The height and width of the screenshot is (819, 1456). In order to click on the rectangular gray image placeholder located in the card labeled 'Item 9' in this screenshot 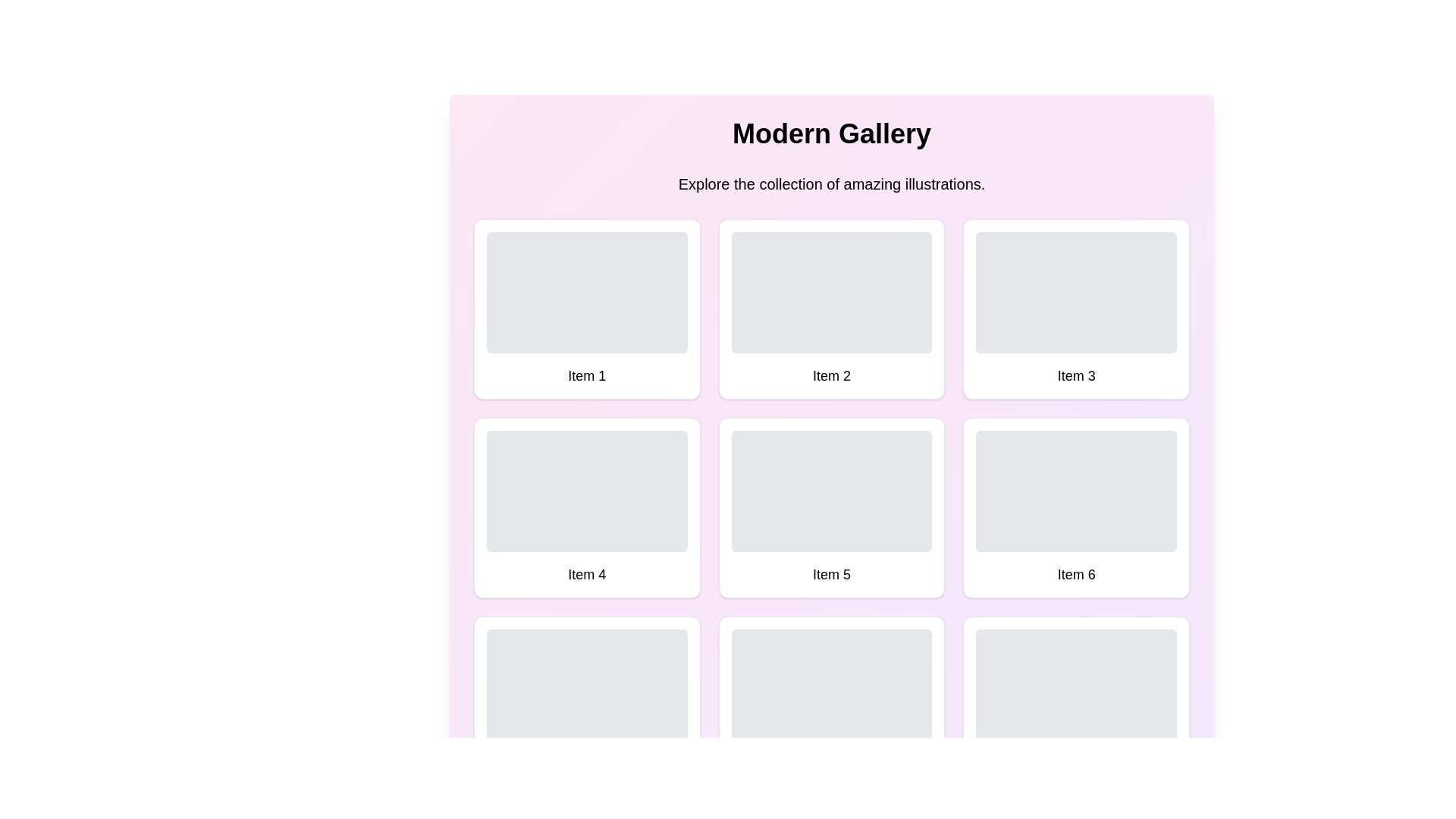, I will do `click(1075, 690)`.